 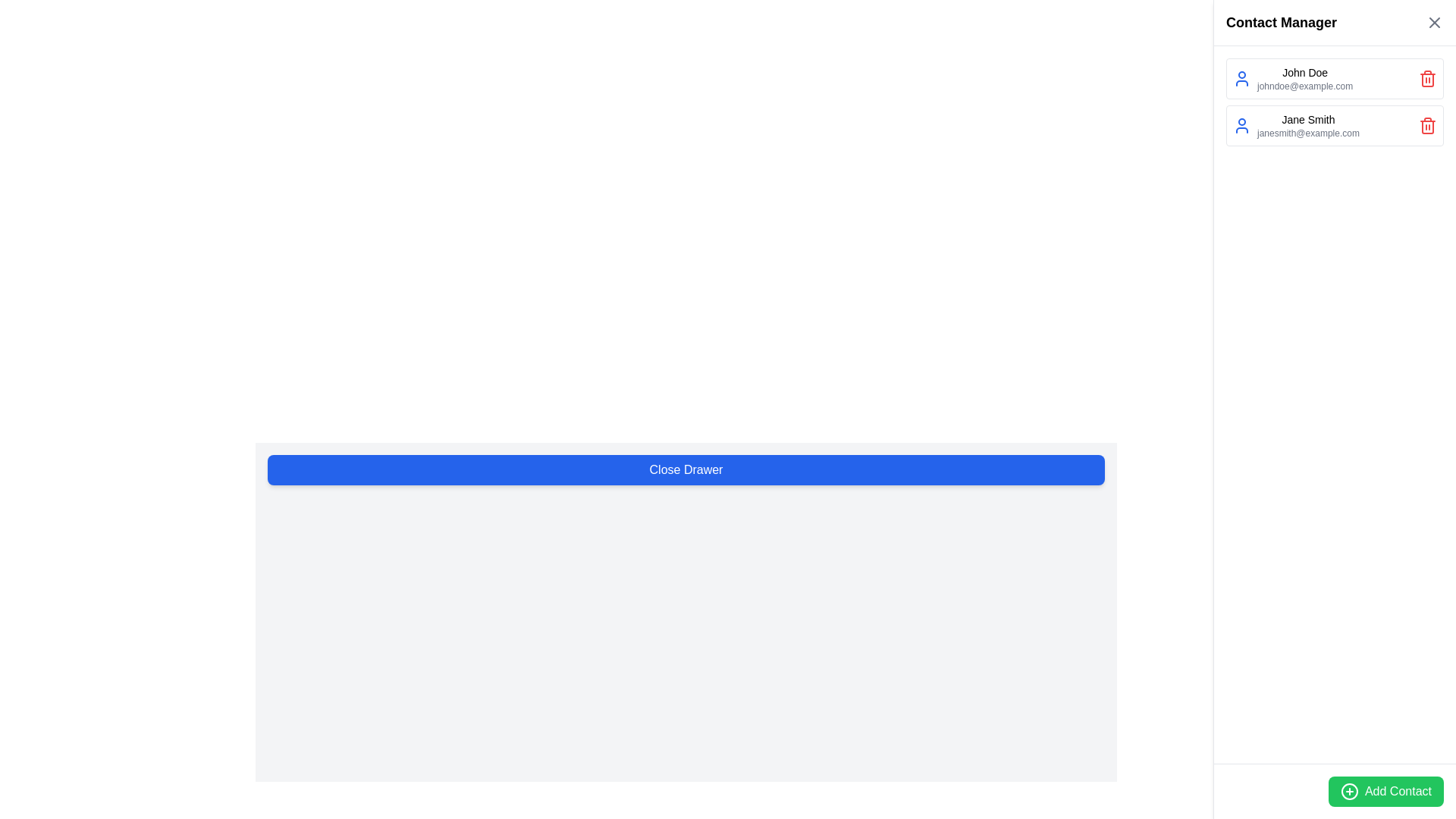 What do you see at coordinates (1304, 86) in the screenshot?
I see `the non-interactive email address label located beneath 'John Doe' in the 'Contact Manager' panel` at bounding box center [1304, 86].